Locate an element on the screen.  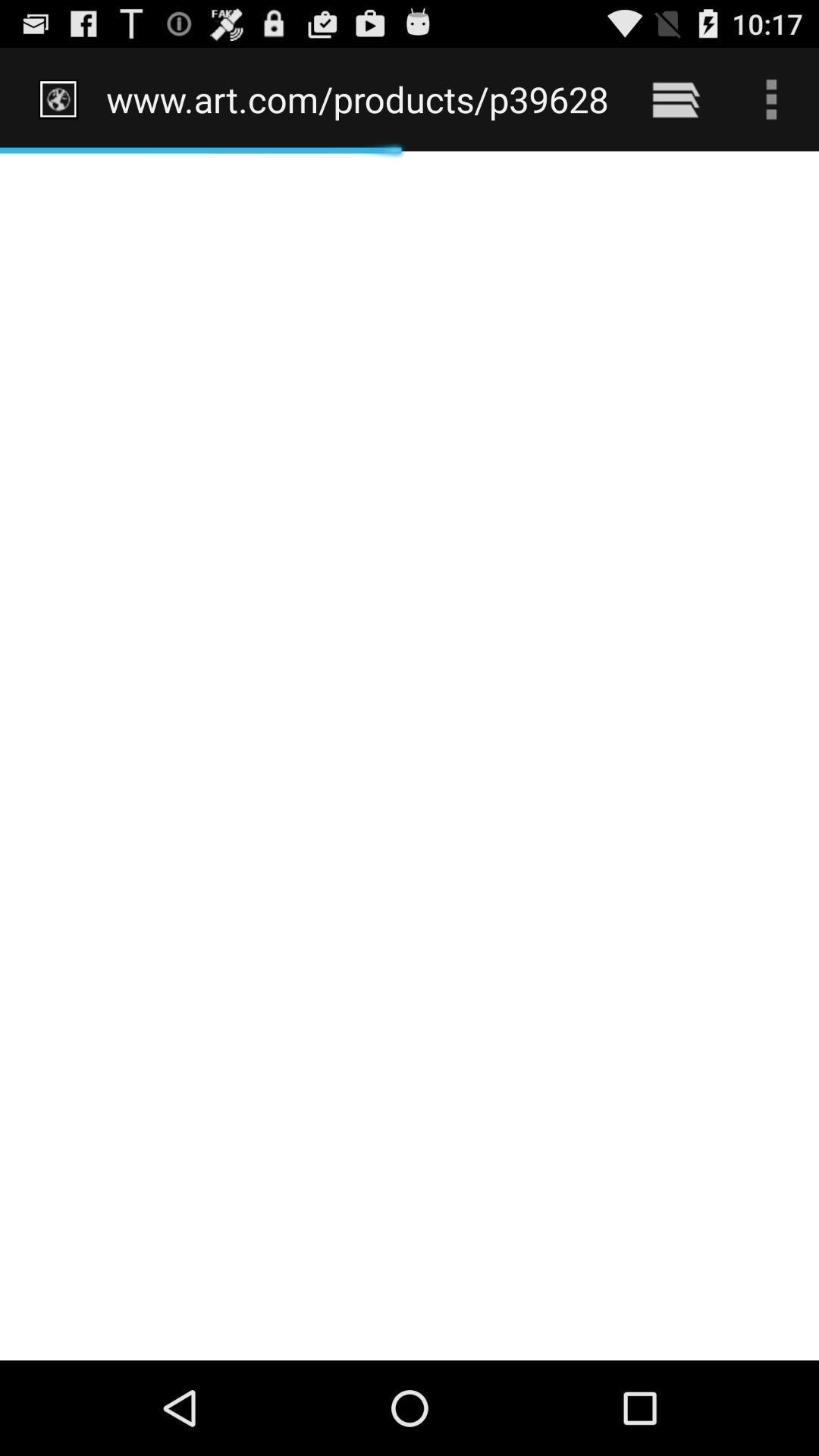
the www art com is located at coordinates (358, 99).